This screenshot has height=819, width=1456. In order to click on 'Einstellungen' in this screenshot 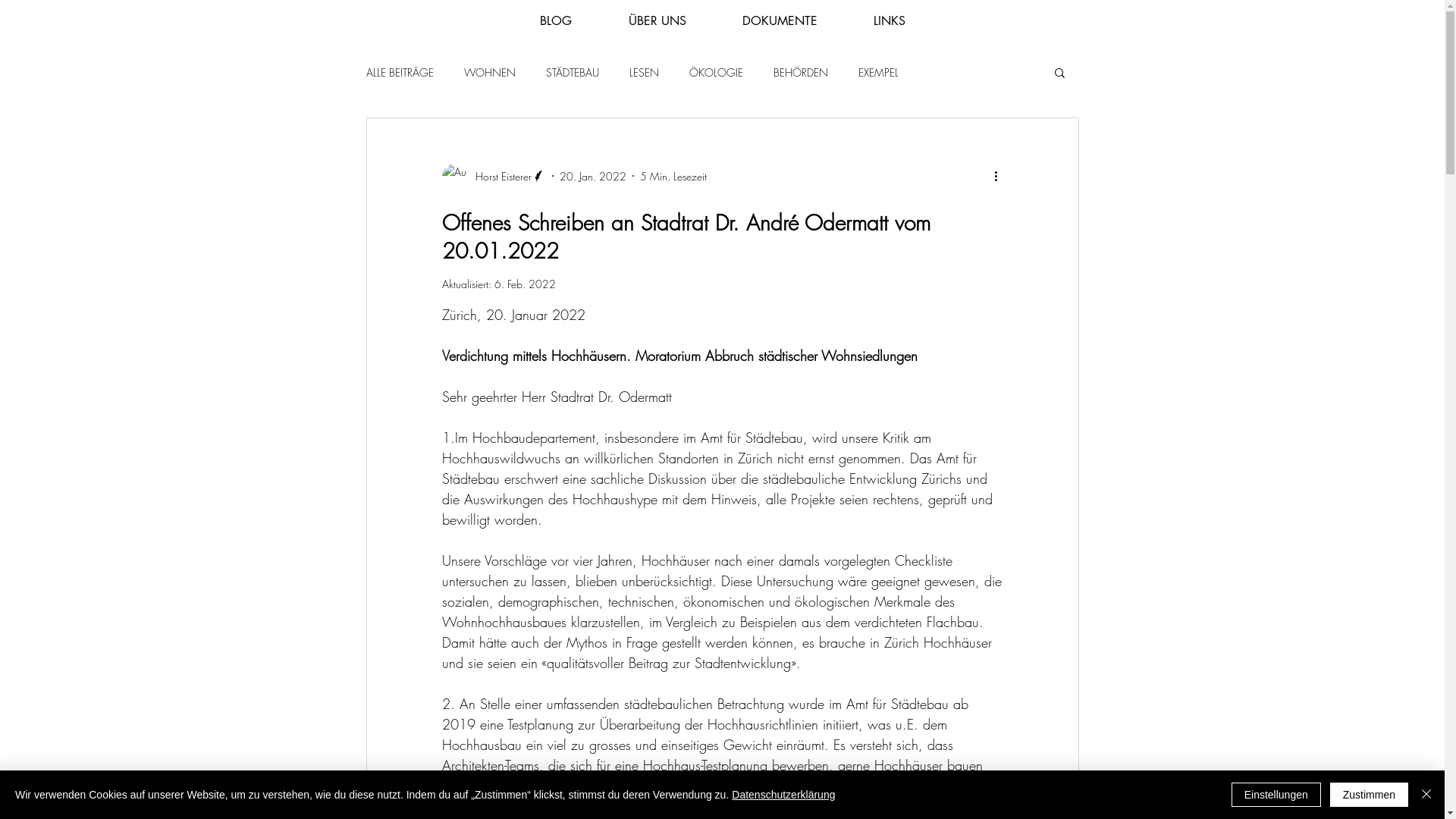, I will do `click(1276, 794)`.